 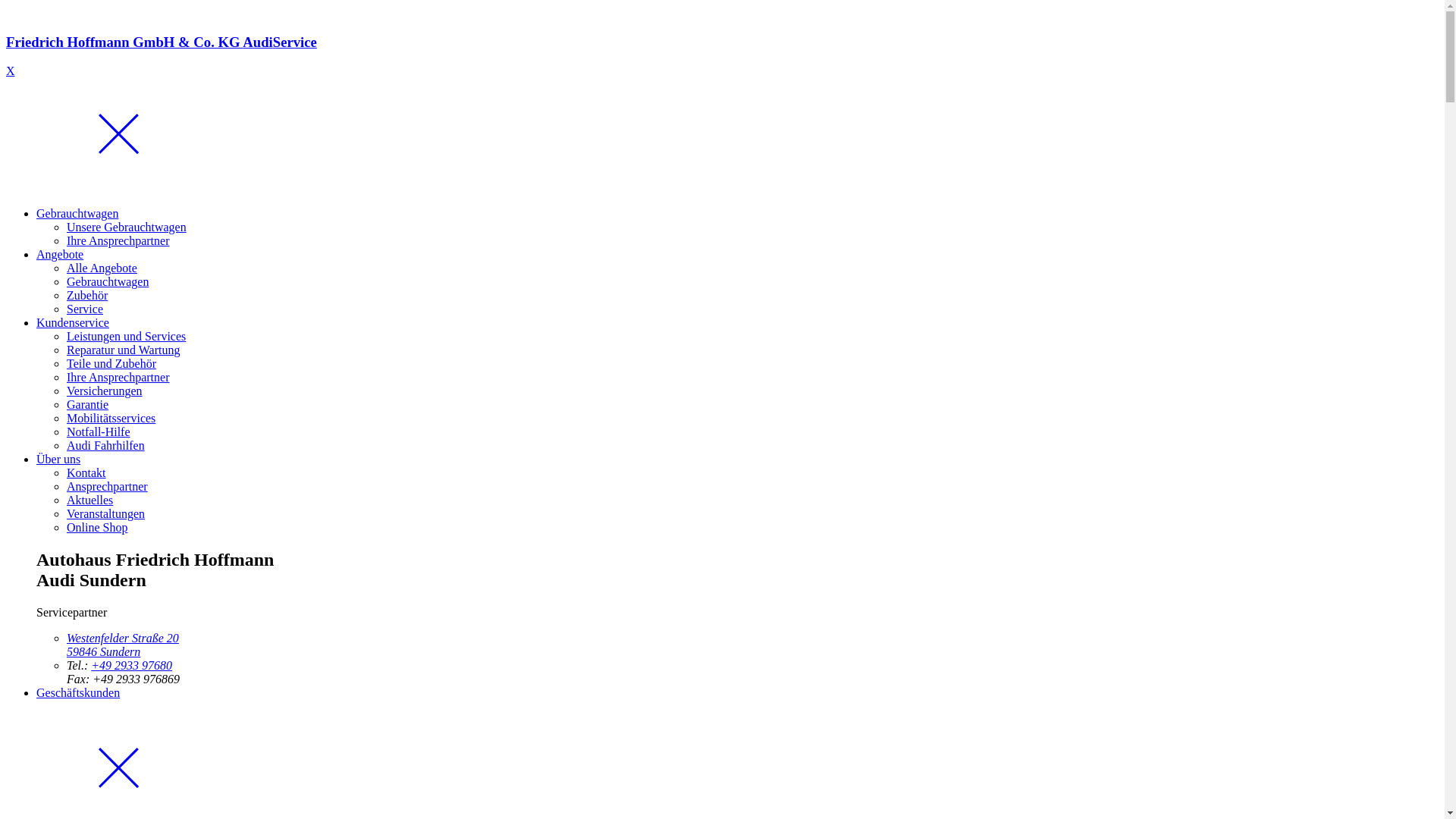 What do you see at coordinates (86, 472) in the screenshot?
I see `'Kontakt'` at bounding box center [86, 472].